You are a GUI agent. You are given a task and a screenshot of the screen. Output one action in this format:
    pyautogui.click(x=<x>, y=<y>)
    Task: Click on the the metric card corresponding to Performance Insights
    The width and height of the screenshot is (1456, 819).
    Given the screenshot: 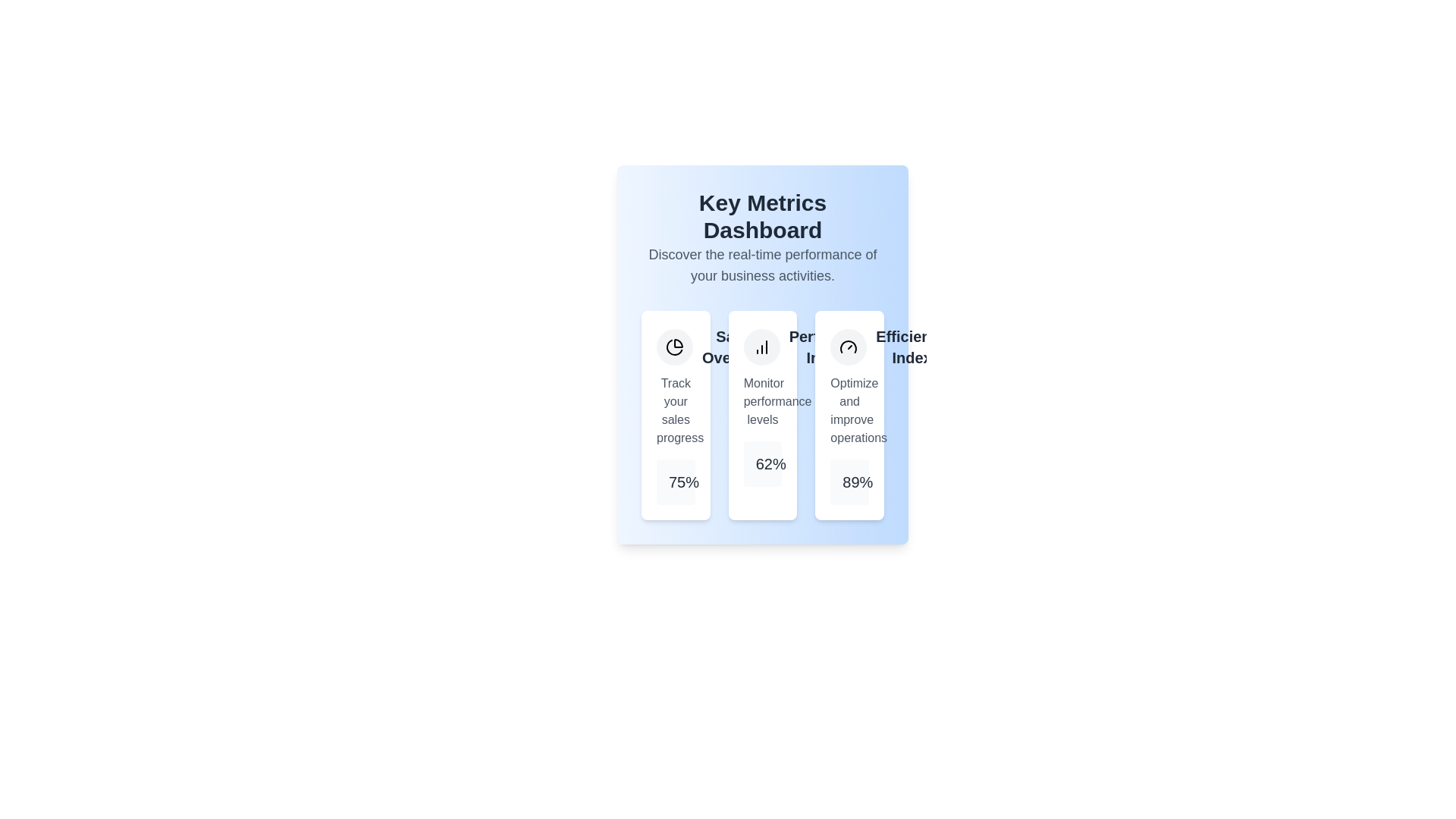 What is the action you would take?
    pyautogui.click(x=763, y=415)
    